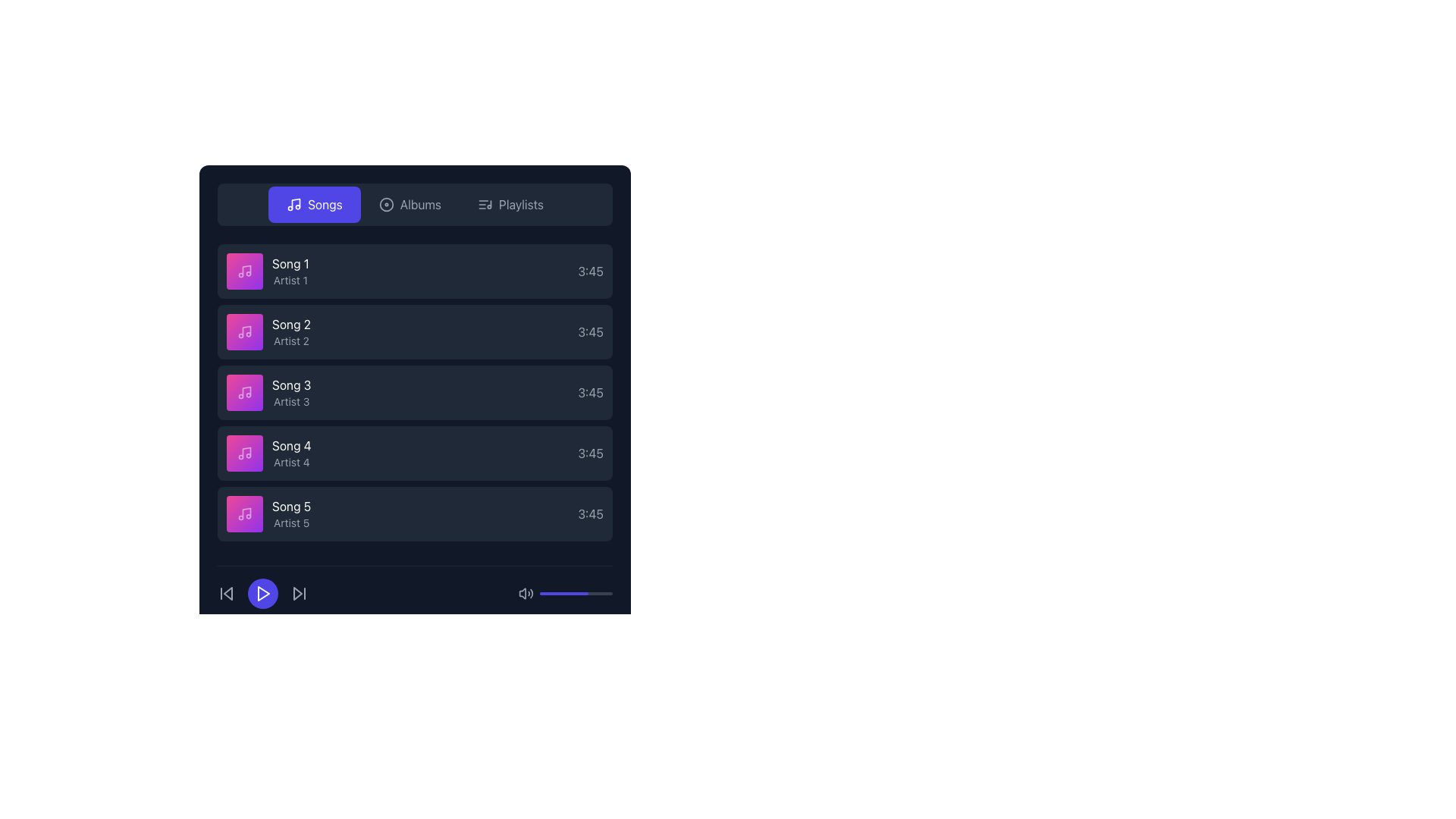  Describe the element at coordinates (590, 271) in the screenshot. I see `text label displaying '3:45' which indicates the song duration, located in the top-right section of the first item in a list of entries` at that location.